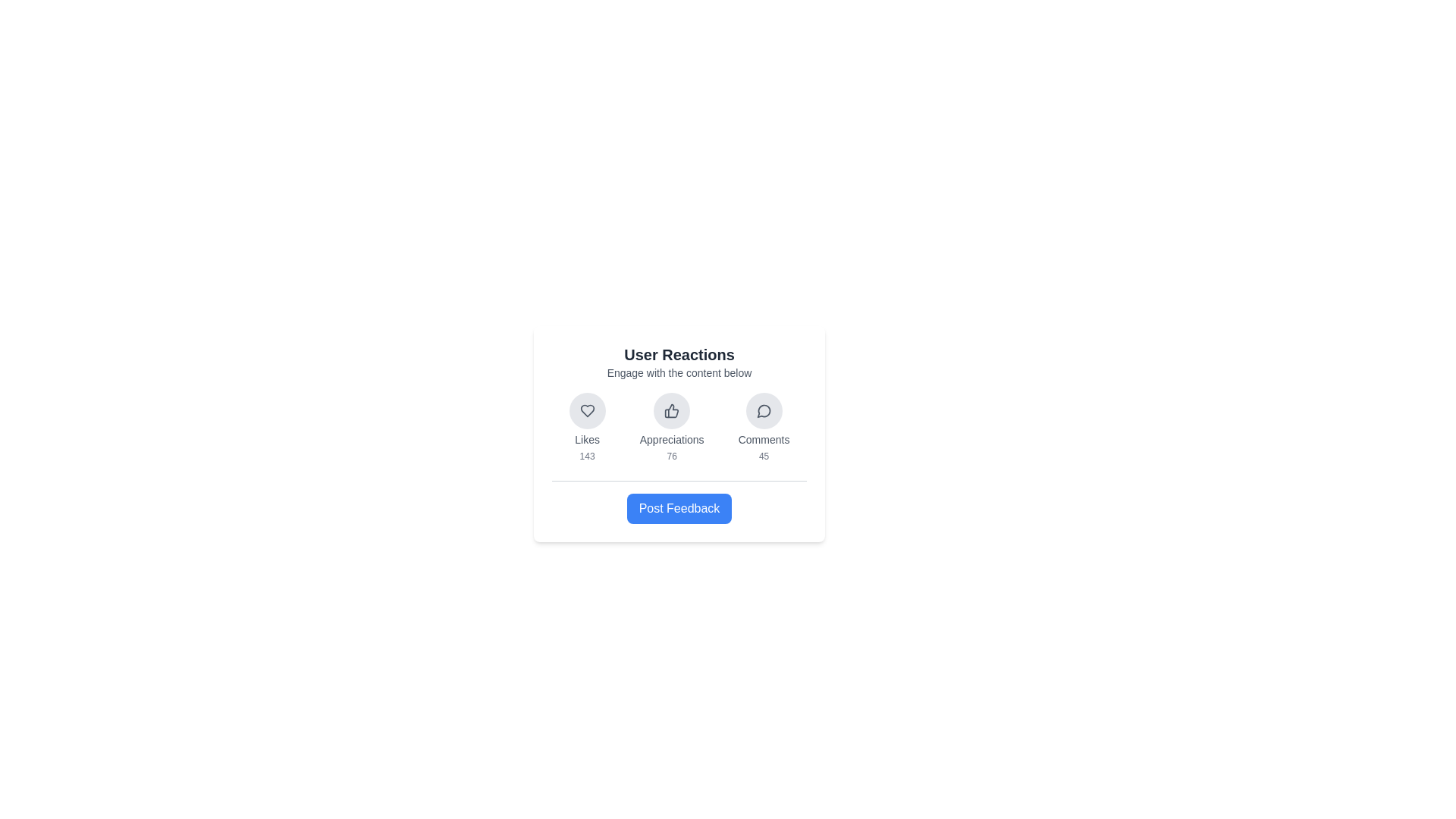 The width and height of the screenshot is (1456, 819). What do you see at coordinates (679, 373) in the screenshot?
I see `the static text element that conveys the message 'Engage with the content below', located directly beneath the title 'User Reactions'` at bounding box center [679, 373].